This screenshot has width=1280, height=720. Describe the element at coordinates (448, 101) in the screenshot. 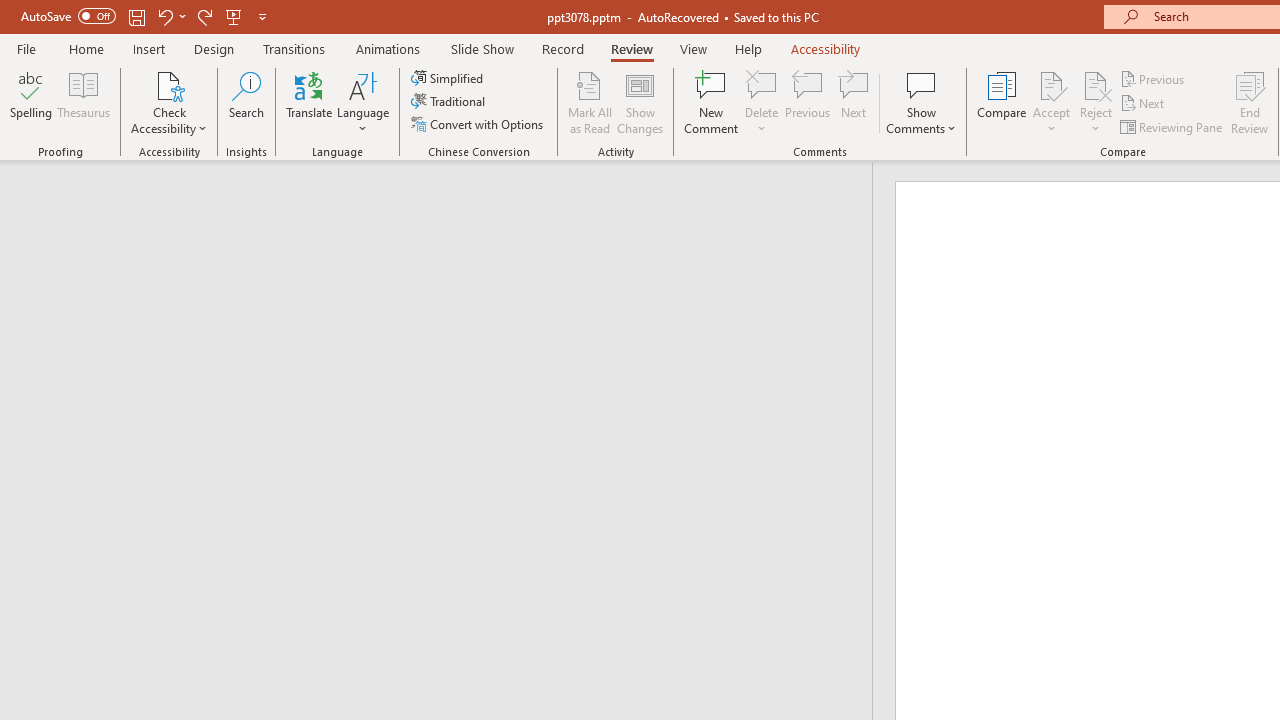

I see `'Traditional'` at that location.